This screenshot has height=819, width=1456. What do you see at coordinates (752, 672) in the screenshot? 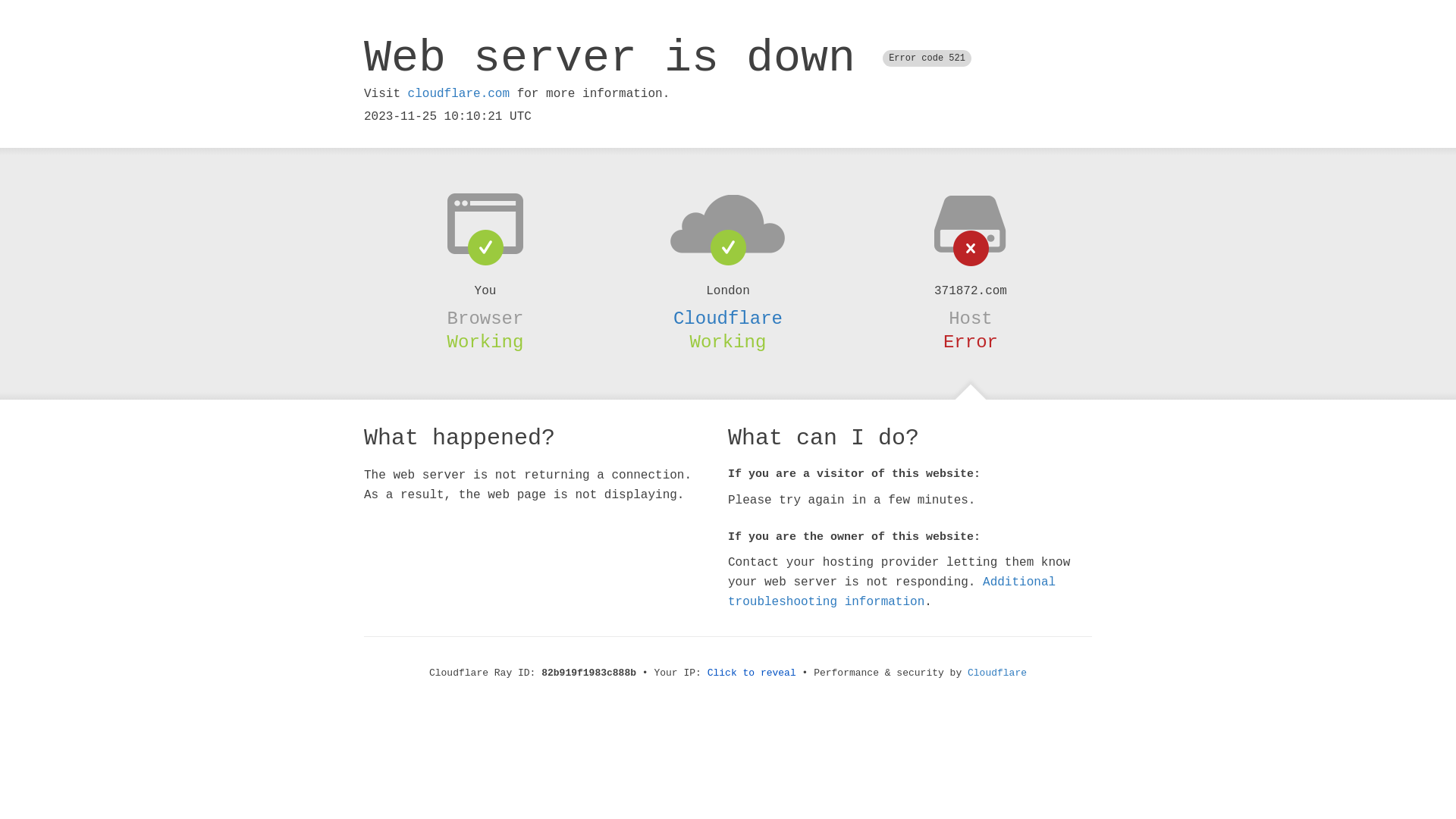
I see `'Click to reveal'` at bounding box center [752, 672].